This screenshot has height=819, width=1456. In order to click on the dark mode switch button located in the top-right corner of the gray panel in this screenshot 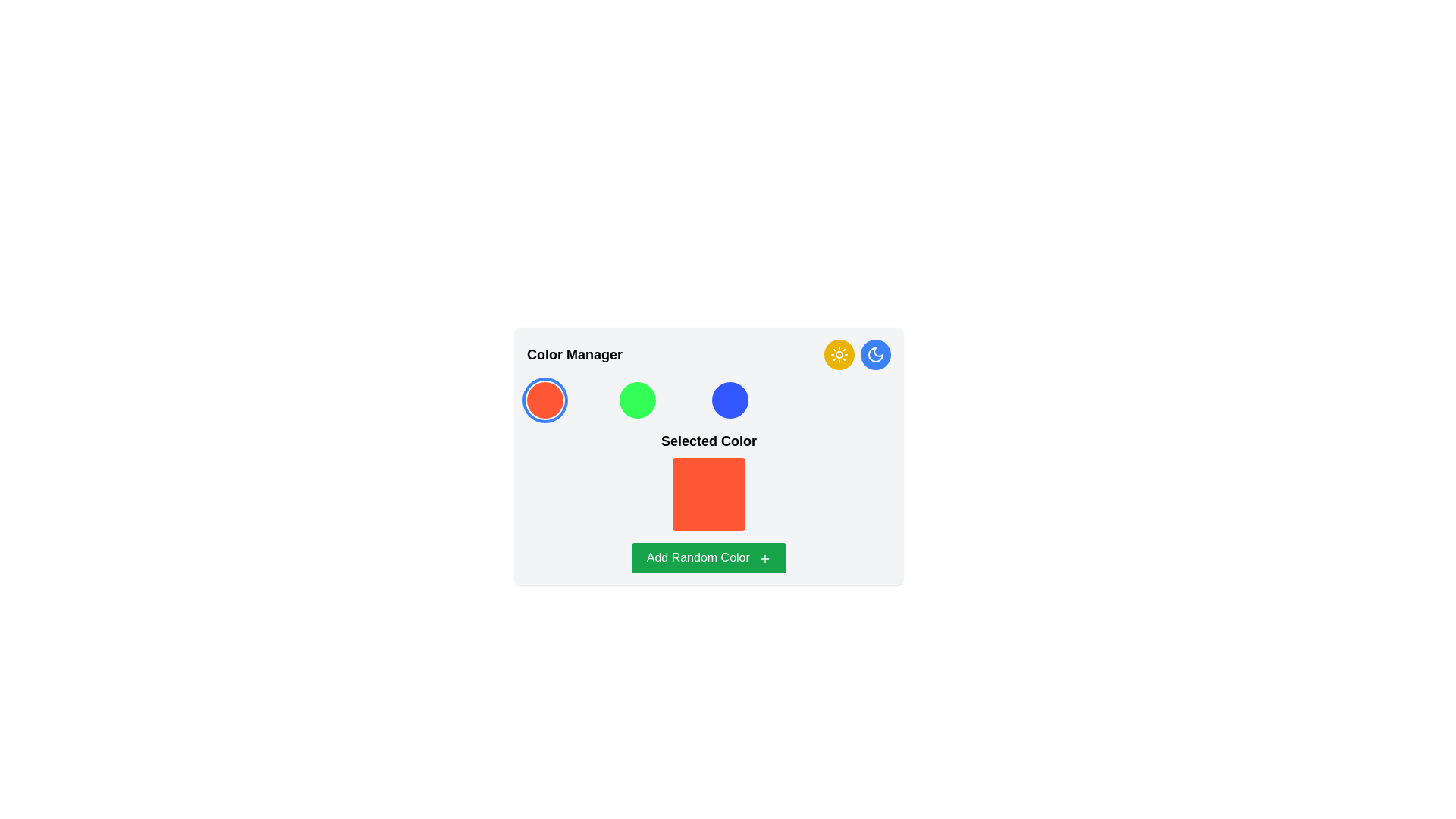, I will do `click(876, 354)`.